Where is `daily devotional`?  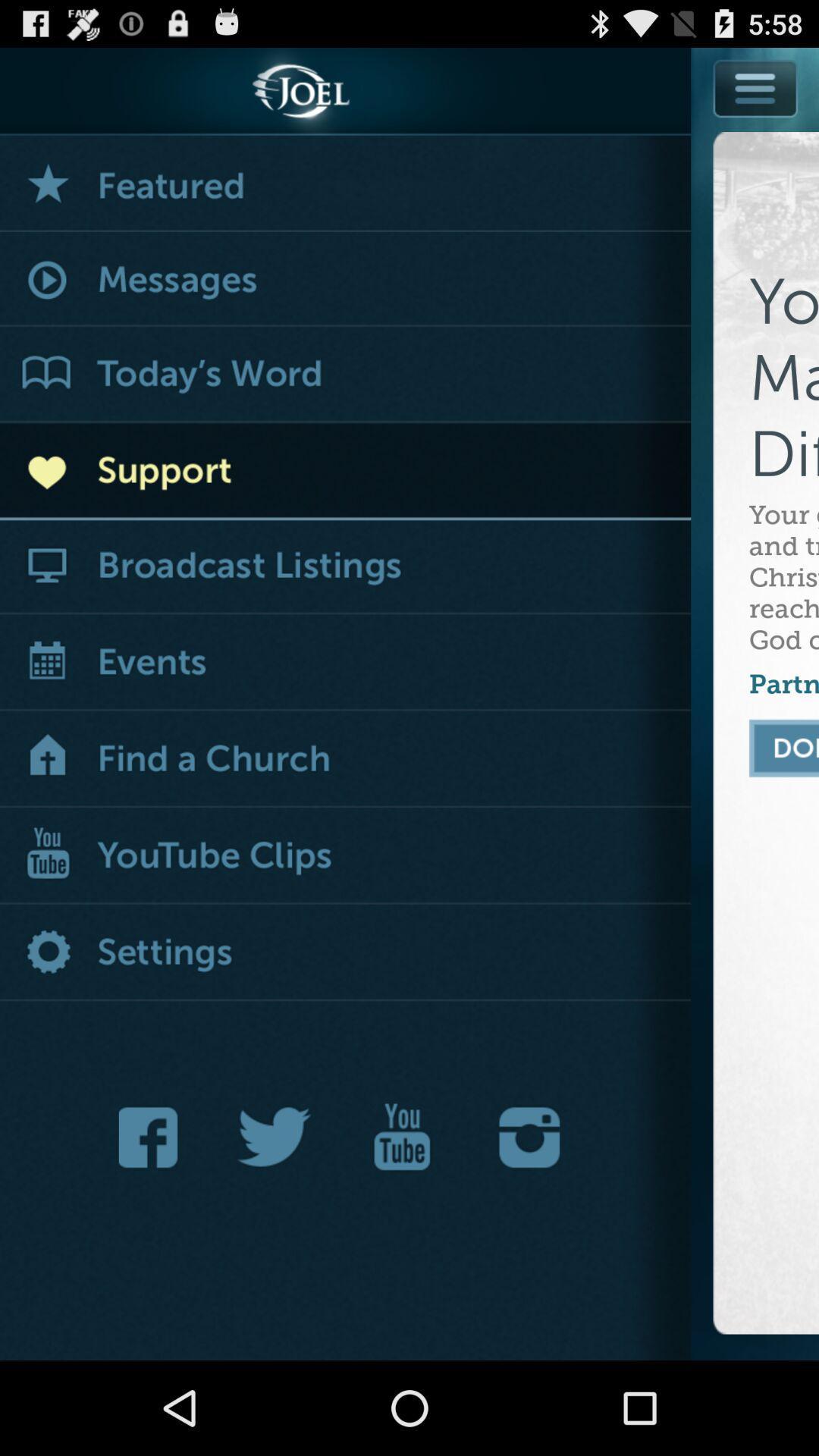 daily devotional is located at coordinates (345, 375).